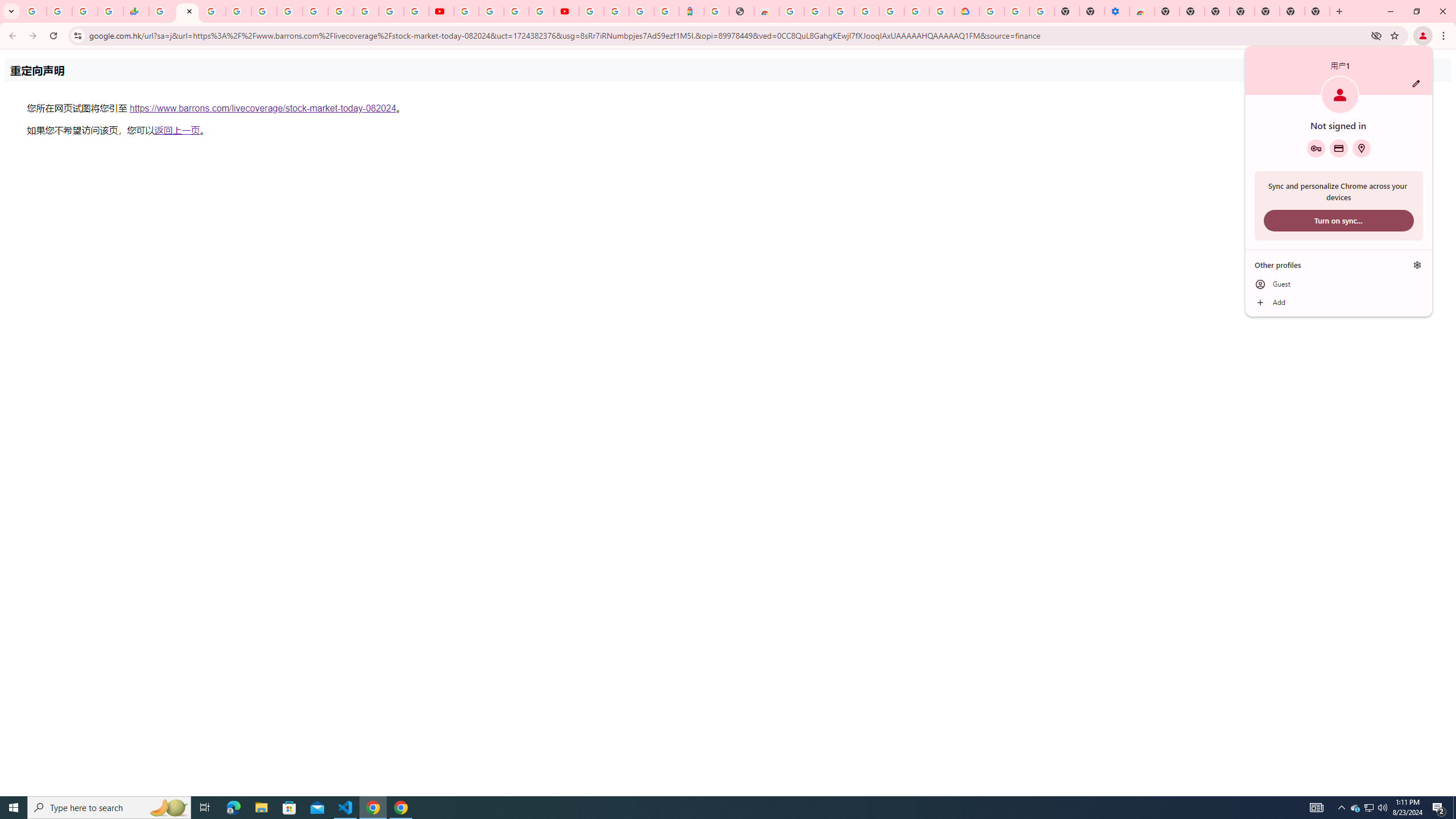 Image resolution: width=1456 pixels, height=819 pixels. I want to click on 'Guest', so click(1338, 283).